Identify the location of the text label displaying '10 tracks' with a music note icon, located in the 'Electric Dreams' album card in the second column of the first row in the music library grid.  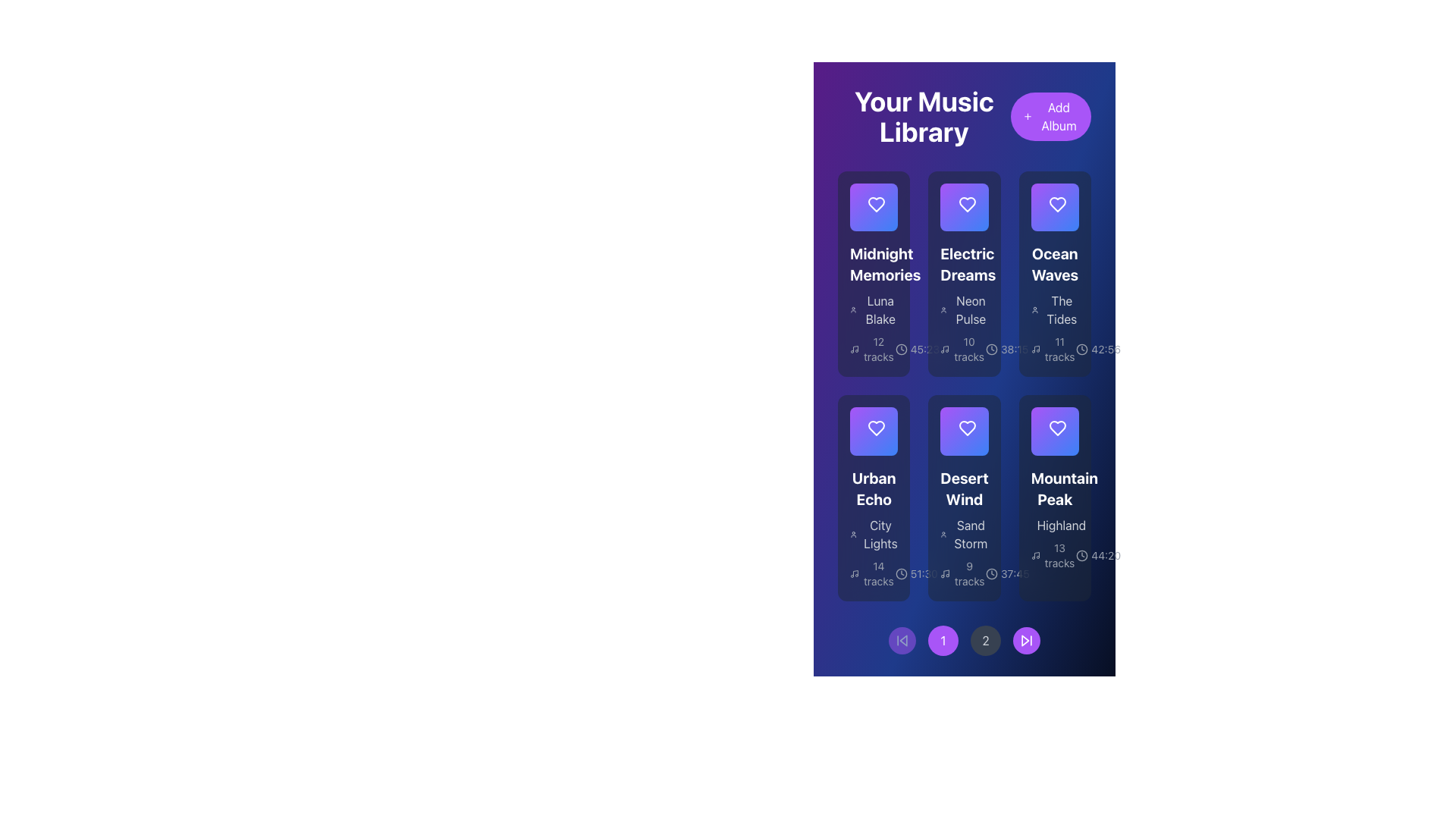
(964, 350).